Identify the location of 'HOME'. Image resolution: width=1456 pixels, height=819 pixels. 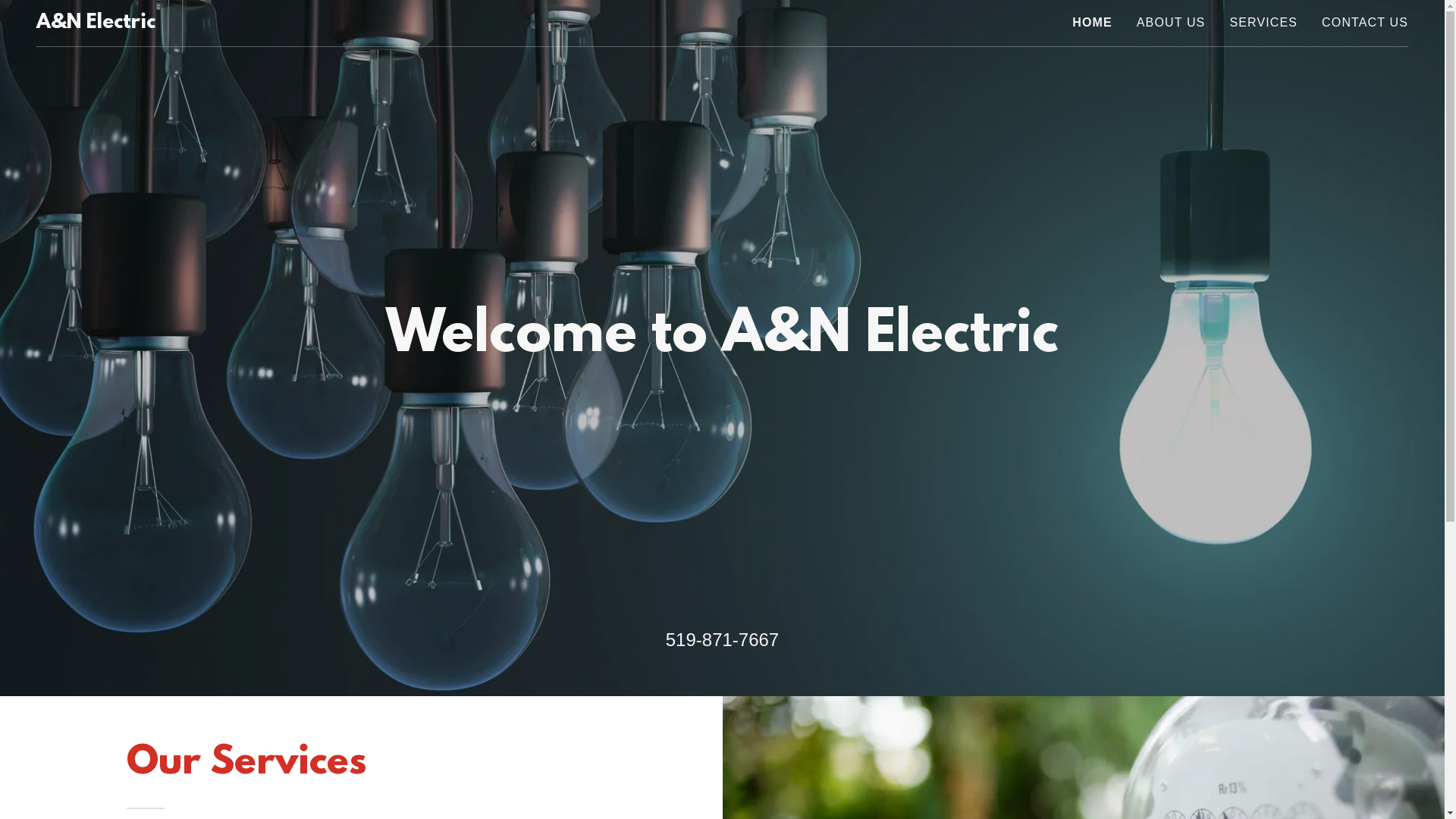
(1072, 23).